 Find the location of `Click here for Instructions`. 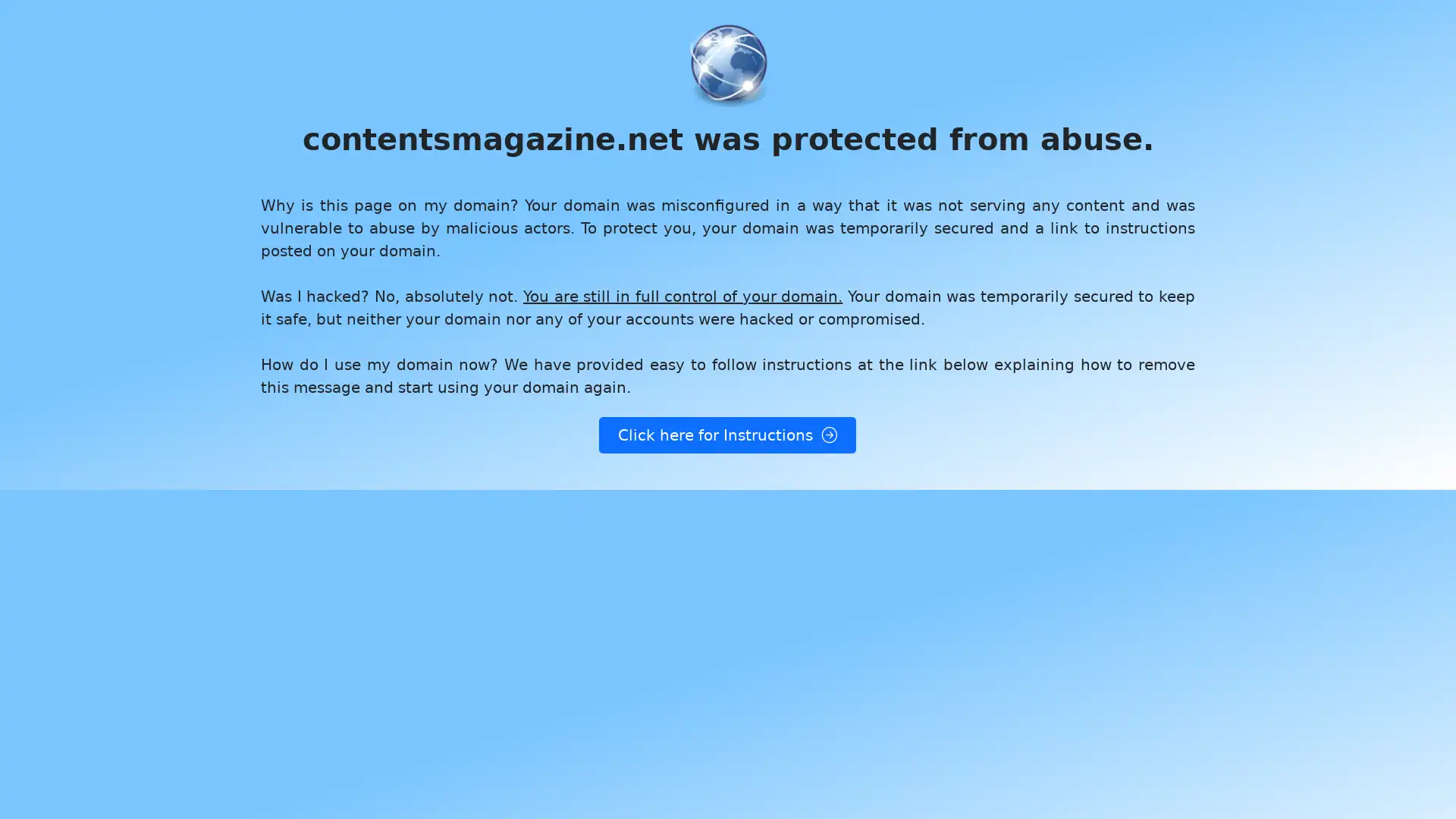

Click here for Instructions is located at coordinates (726, 435).